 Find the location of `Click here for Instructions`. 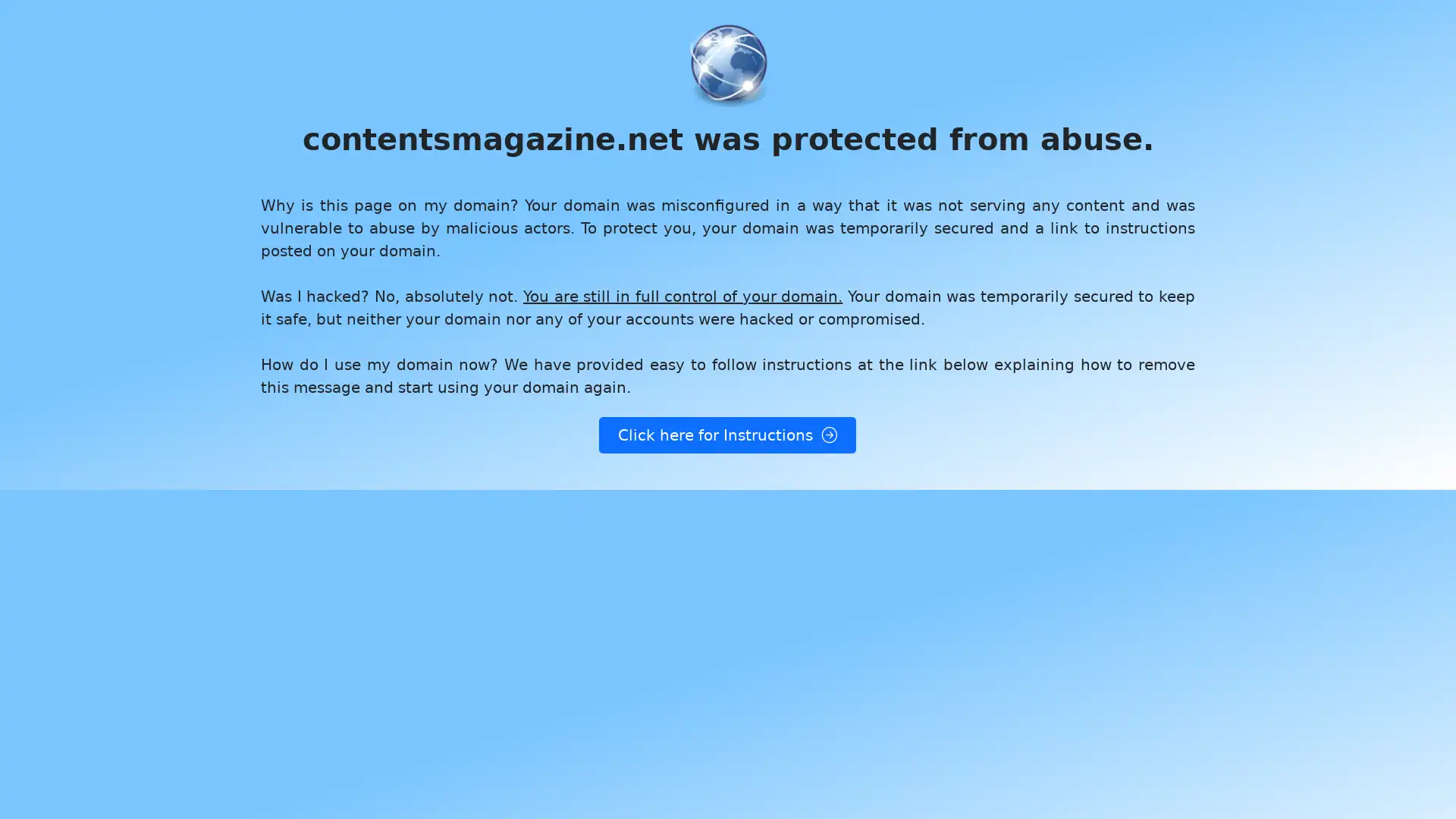

Click here for Instructions is located at coordinates (726, 435).